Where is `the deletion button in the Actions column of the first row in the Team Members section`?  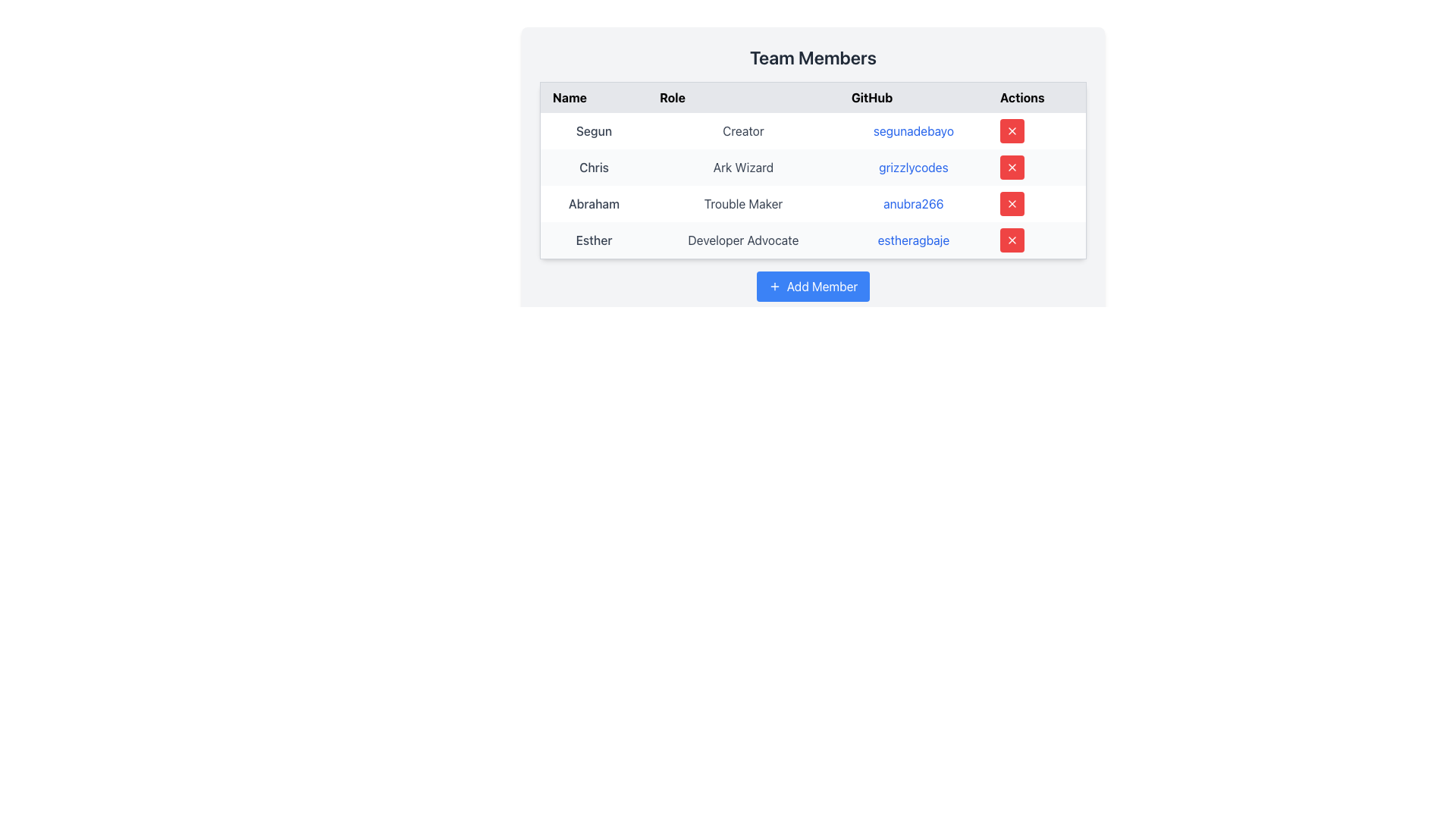 the deletion button in the Actions column of the first row in the Team Members section is located at coordinates (1012, 130).